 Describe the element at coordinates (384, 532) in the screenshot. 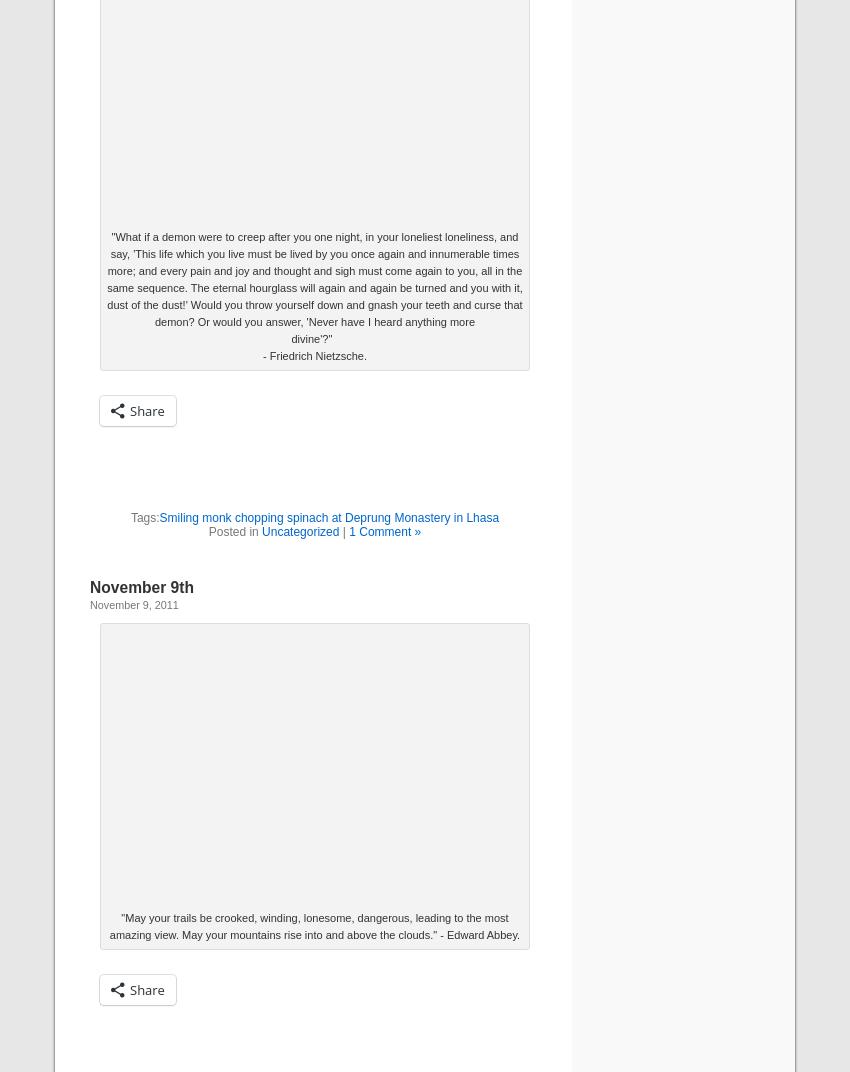

I see `'1 Comment »'` at that location.